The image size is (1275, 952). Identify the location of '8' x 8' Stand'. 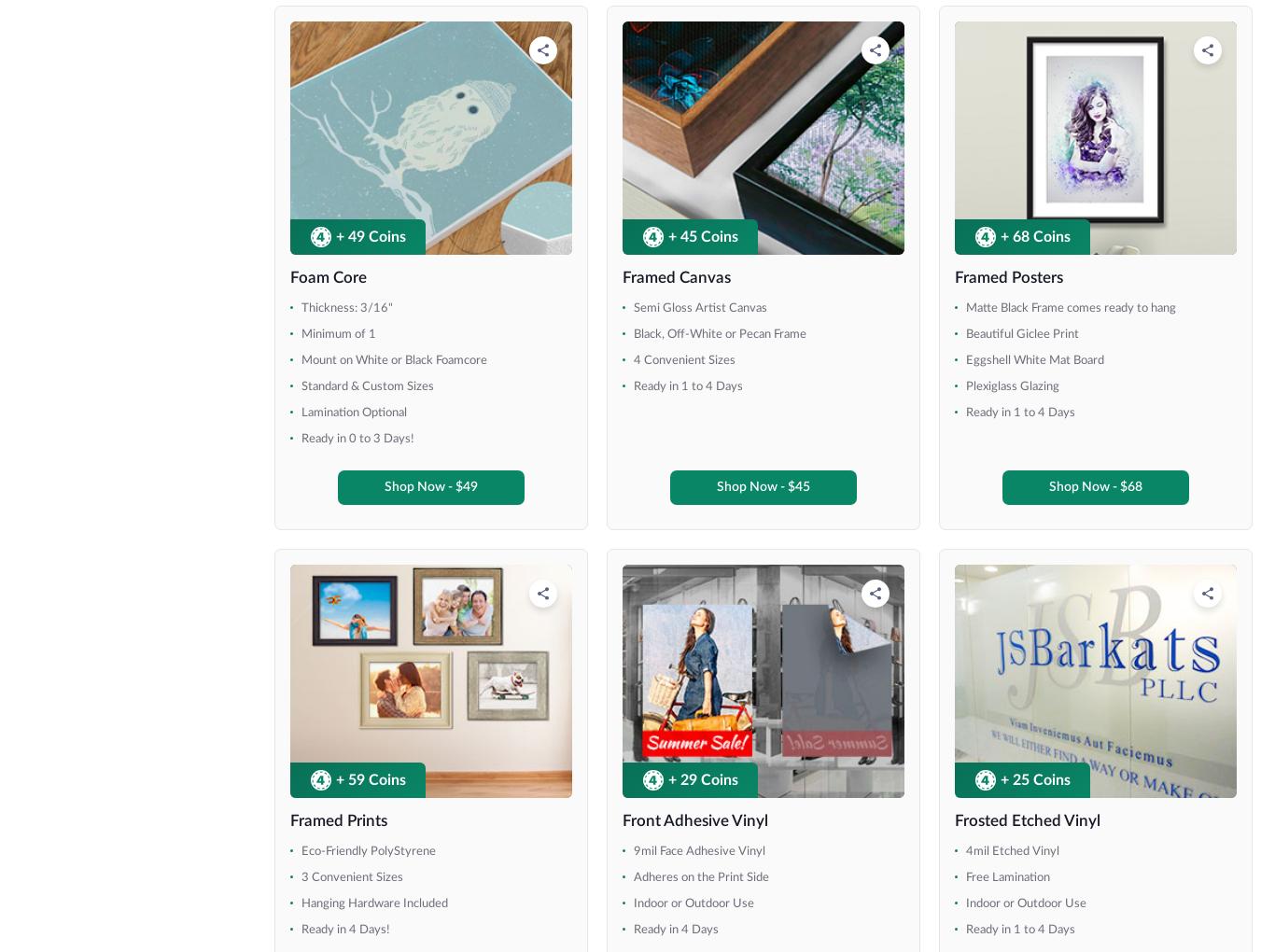
(86, 147).